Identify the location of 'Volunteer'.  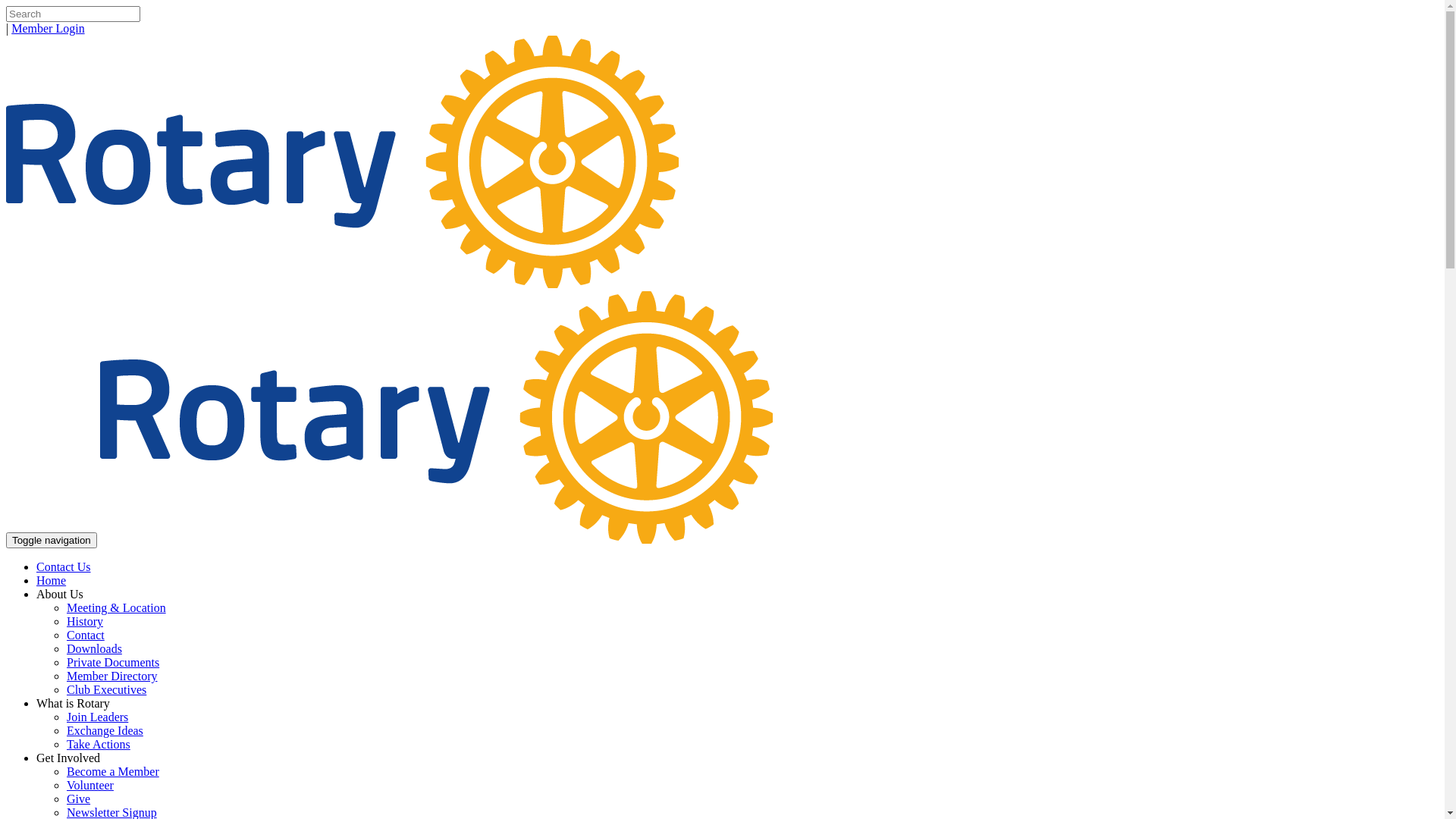
(65, 785).